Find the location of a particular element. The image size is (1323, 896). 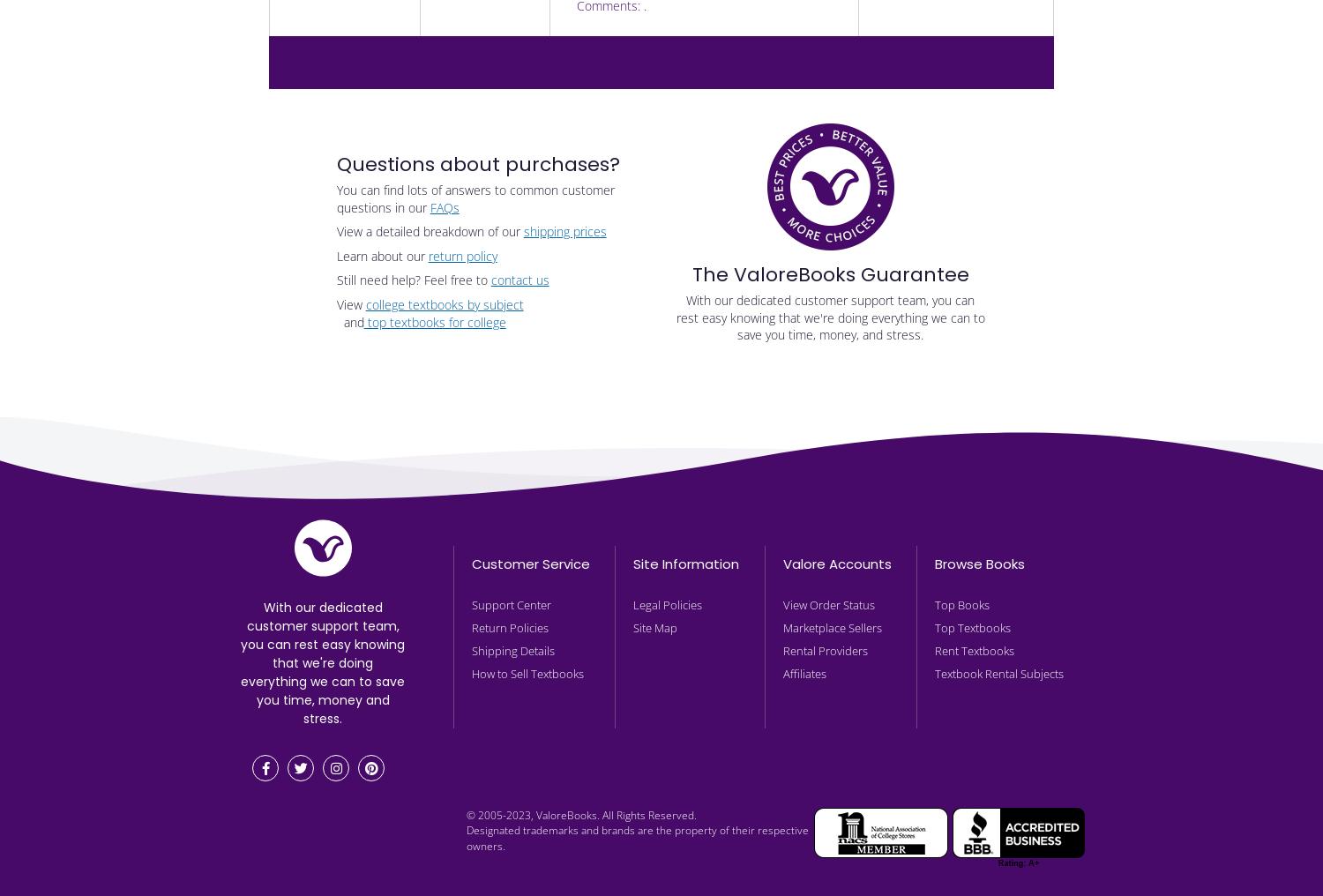

'Legal Policies' is located at coordinates (668, 604).